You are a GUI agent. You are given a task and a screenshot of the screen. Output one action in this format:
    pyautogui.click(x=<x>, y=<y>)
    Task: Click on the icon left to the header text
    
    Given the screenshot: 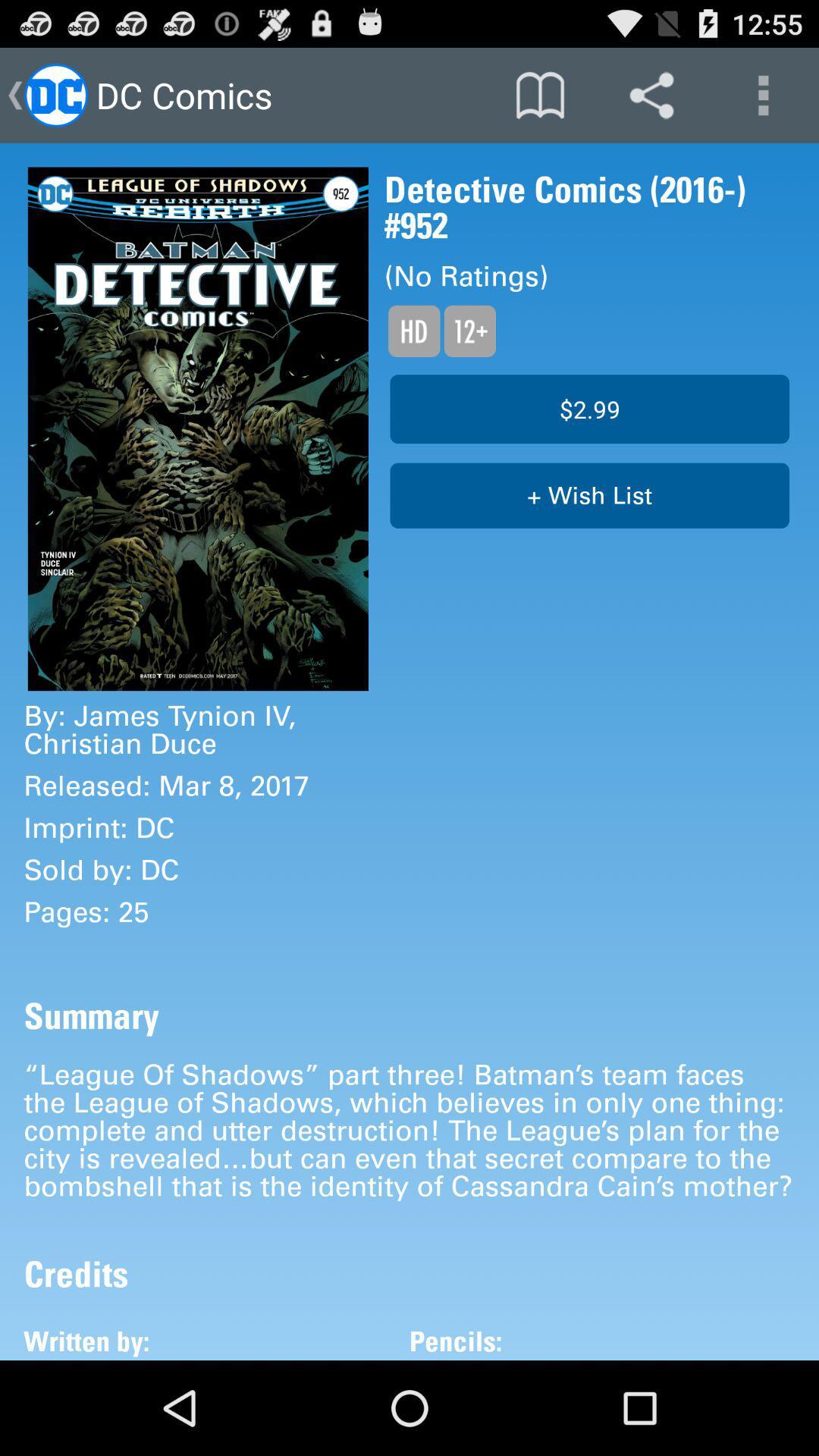 What is the action you would take?
    pyautogui.click(x=55, y=94)
    